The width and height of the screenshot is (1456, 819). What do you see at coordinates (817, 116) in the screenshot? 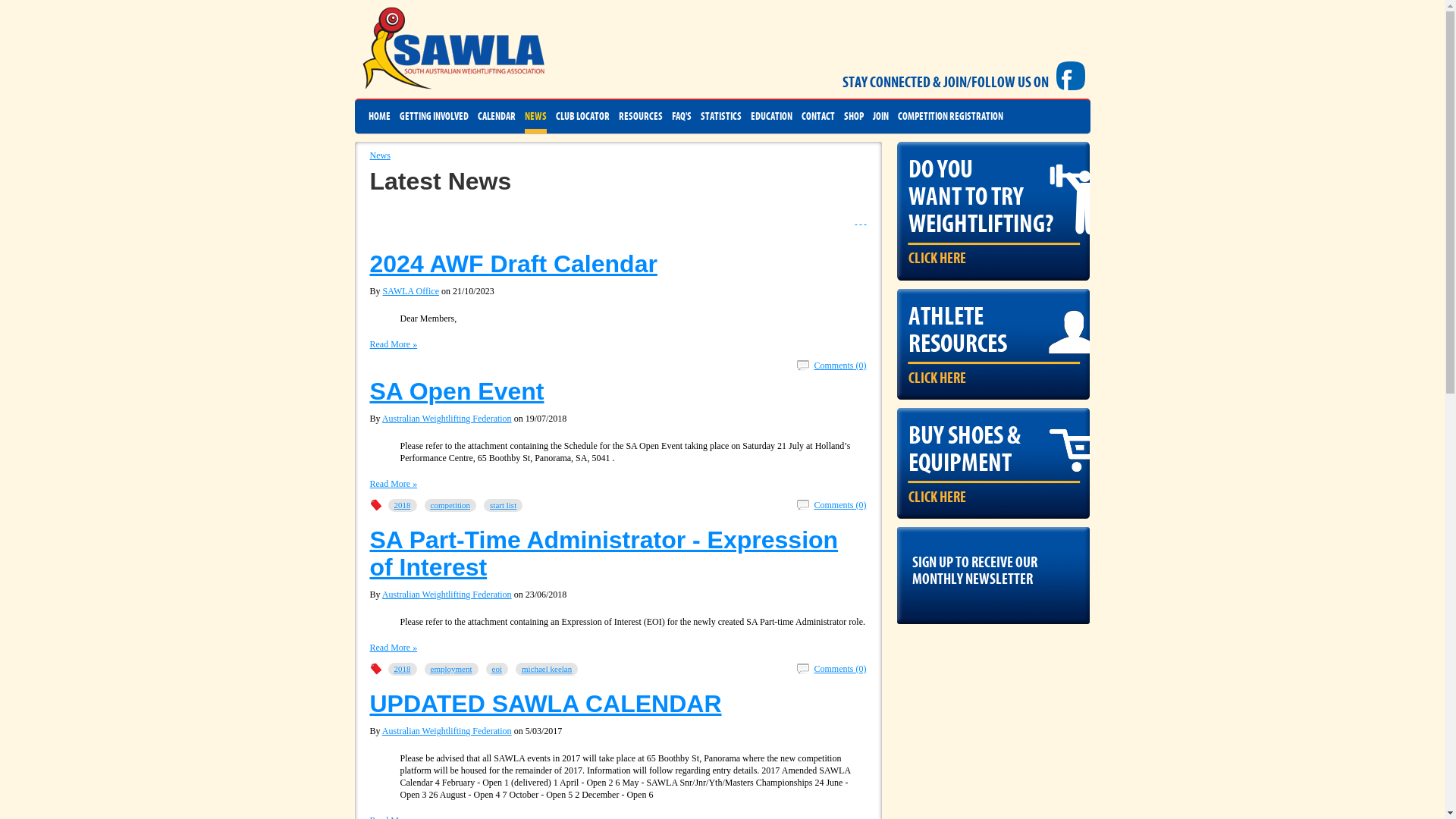
I see `'CONTACT'` at bounding box center [817, 116].